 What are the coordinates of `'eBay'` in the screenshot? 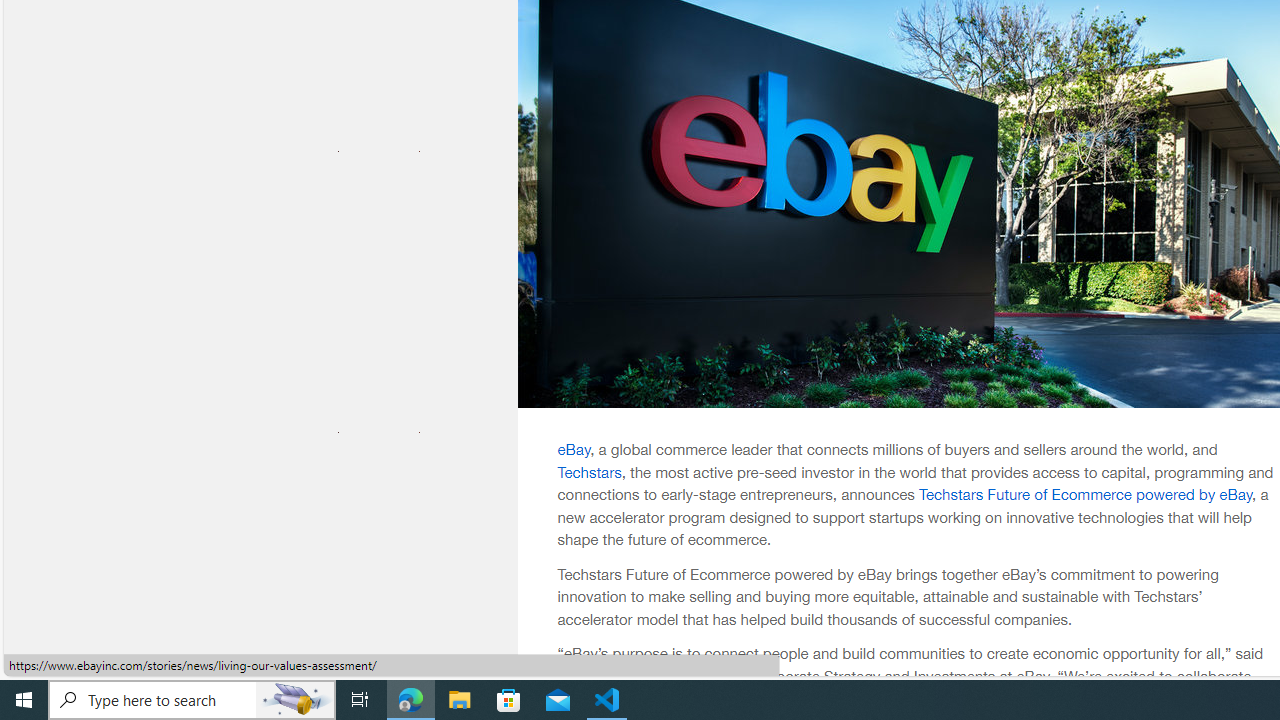 It's located at (573, 448).